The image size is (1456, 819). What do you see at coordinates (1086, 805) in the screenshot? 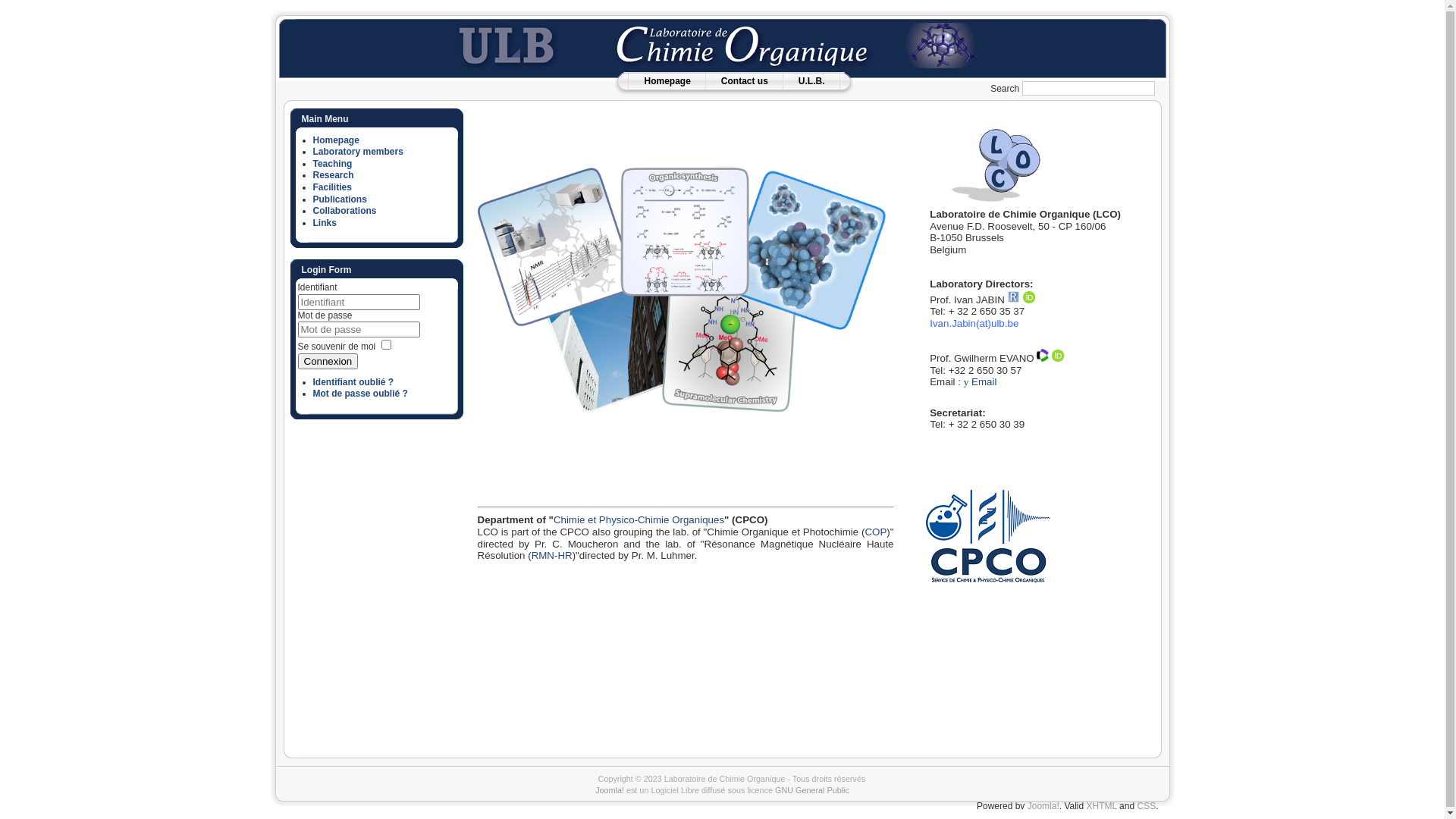
I see `'XHTML'` at bounding box center [1086, 805].